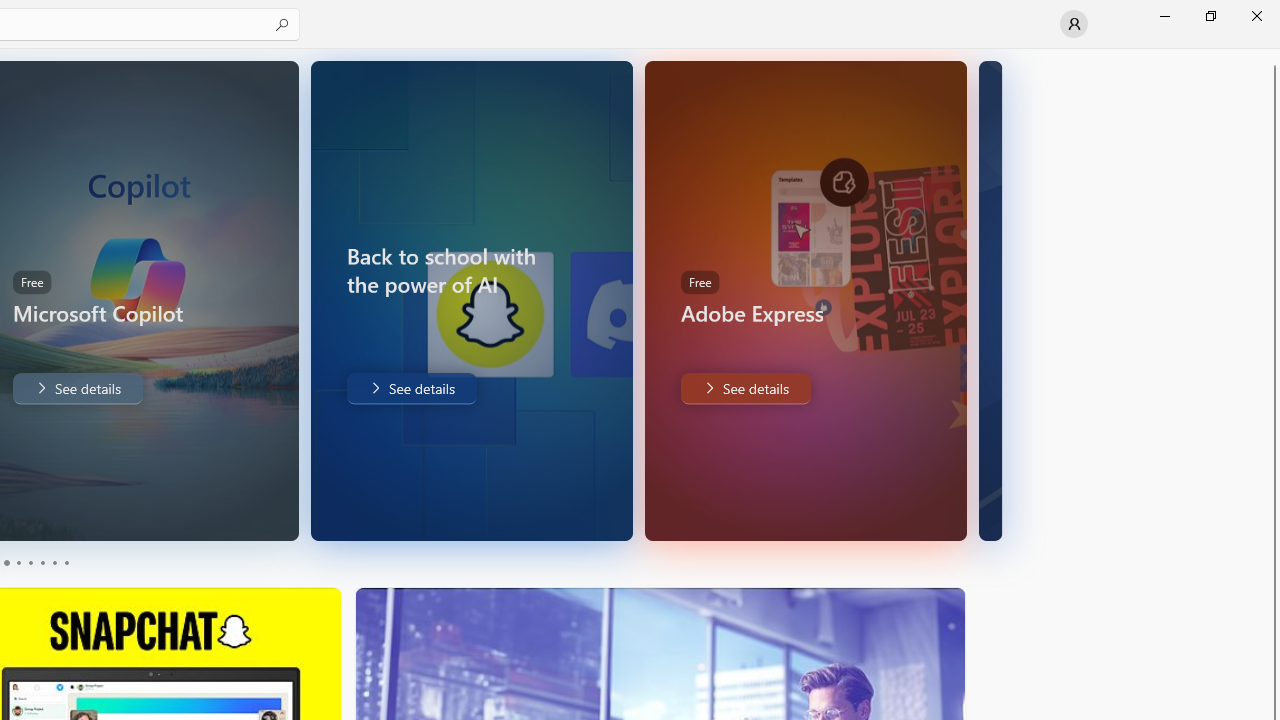  What do you see at coordinates (1271, 54) in the screenshot?
I see `'Vertical Small Decrease'` at bounding box center [1271, 54].